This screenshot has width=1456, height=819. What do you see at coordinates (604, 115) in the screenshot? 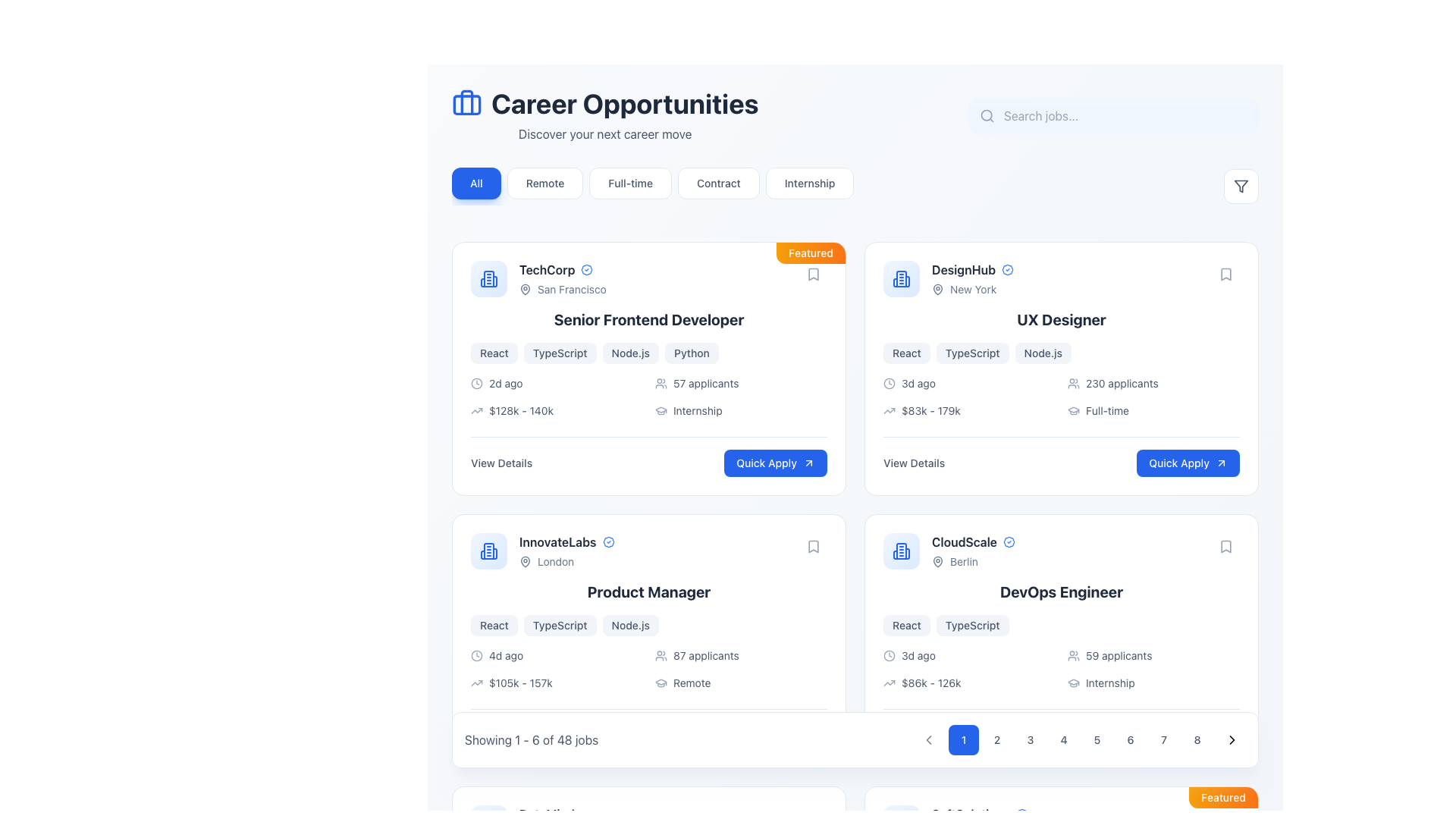
I see `the main header Text element that displays career opportunities, which features blue iconography and large typography, located at the top central area of the interface` at bounding box center [604, 115].